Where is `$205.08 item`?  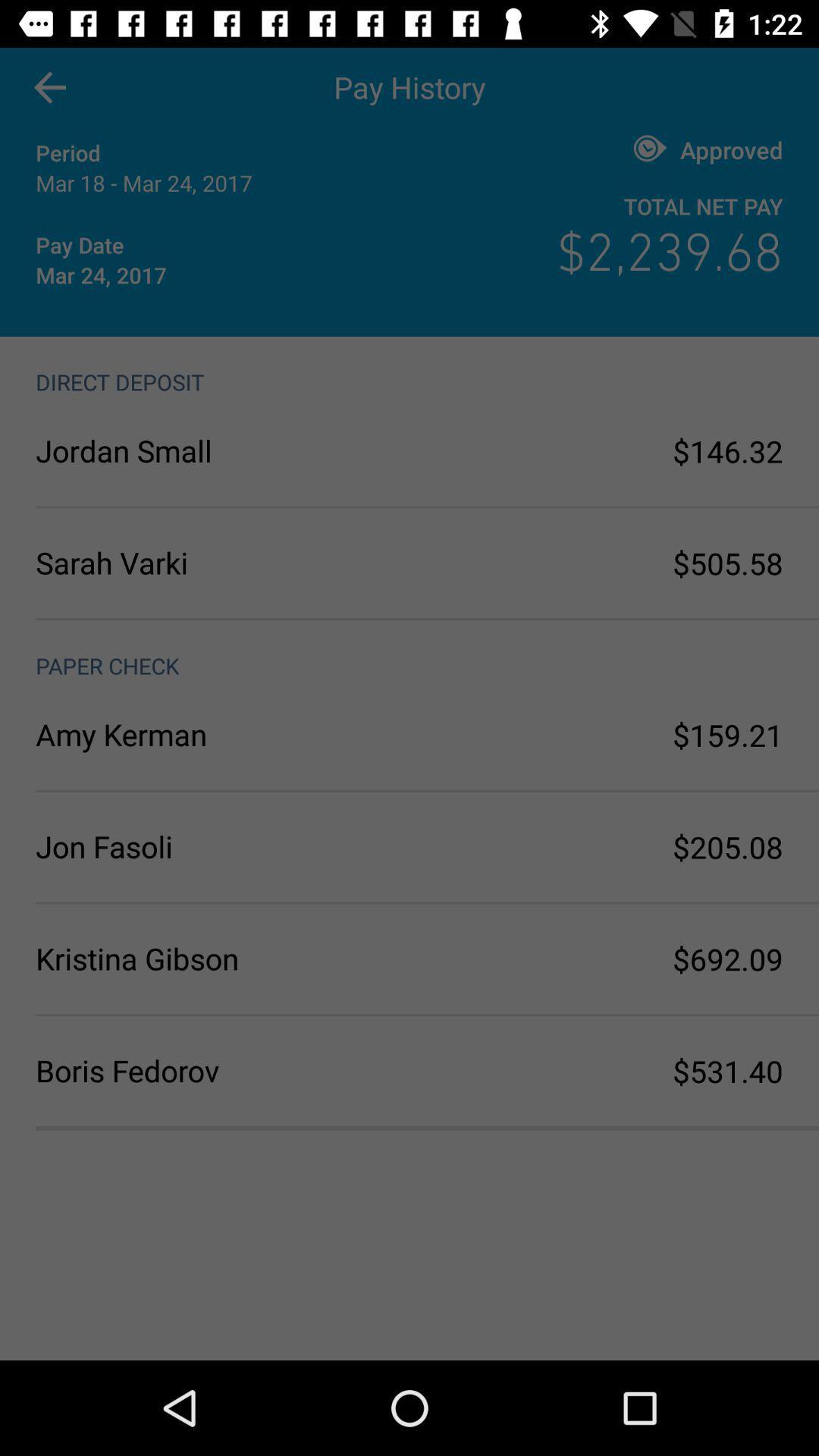
$205.08 item is located at coordinates (727, 846).